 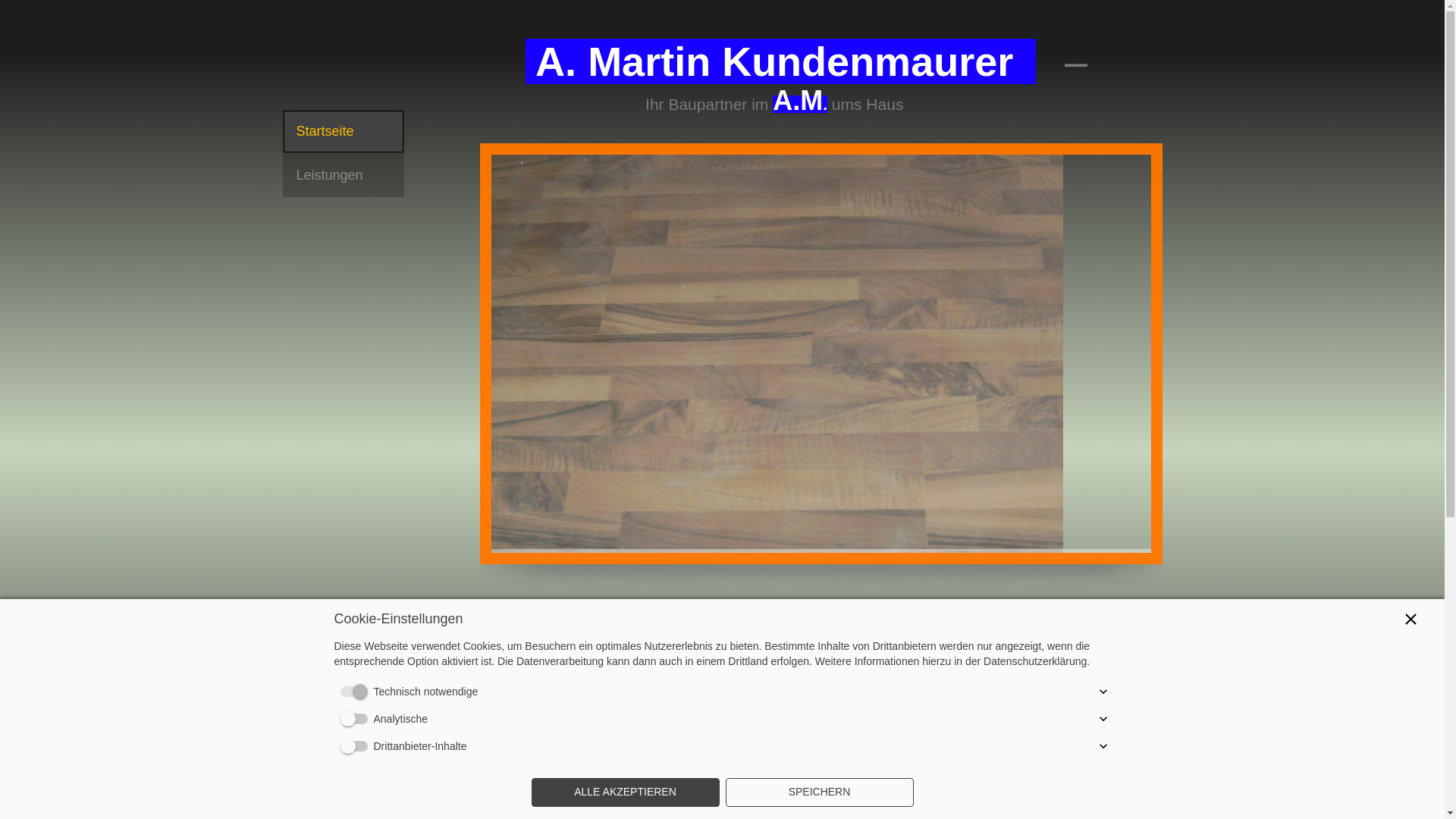 I want to click on 'ALLE AKZEPTIEREN', so click(x=625, y=792).